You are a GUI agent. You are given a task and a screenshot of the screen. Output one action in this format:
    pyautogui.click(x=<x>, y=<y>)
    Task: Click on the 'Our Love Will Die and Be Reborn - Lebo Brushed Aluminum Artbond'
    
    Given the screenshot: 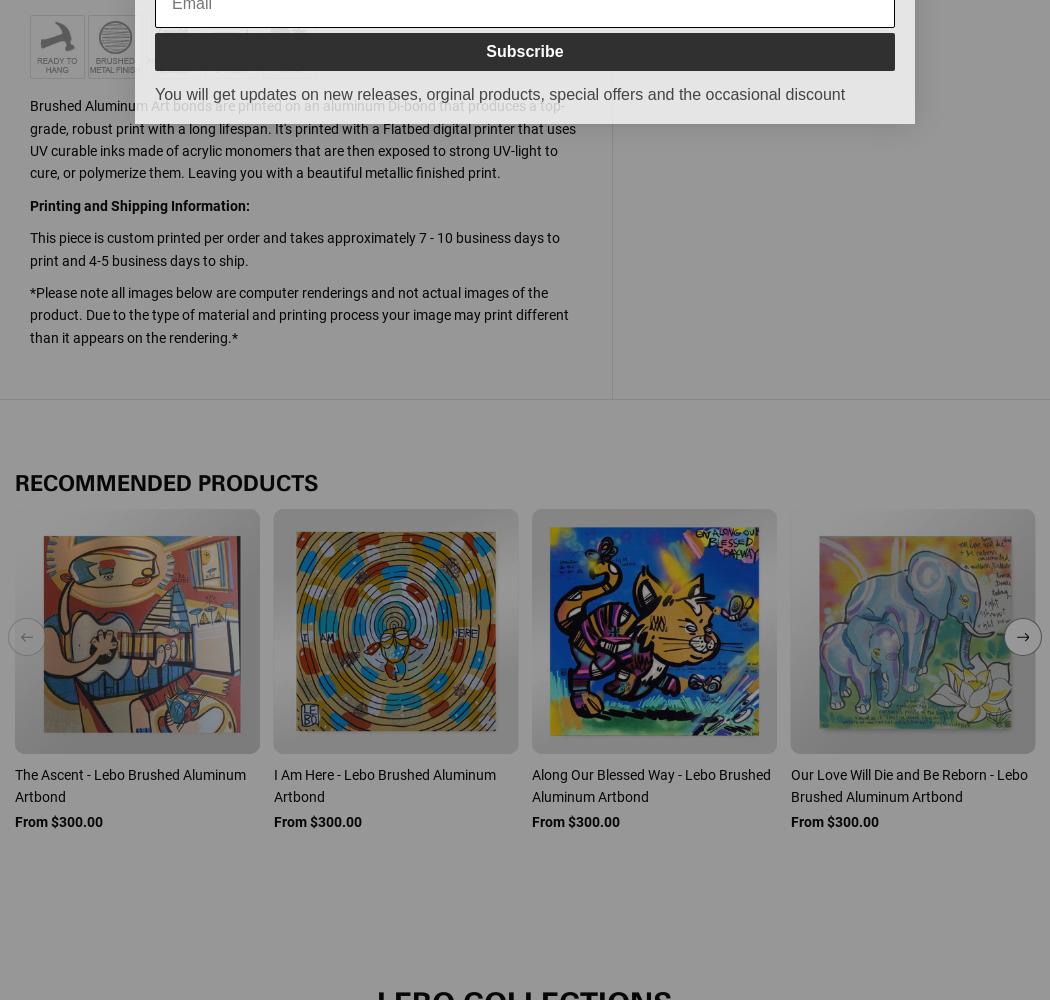 What is the action you would take?
    pyautogui.click(x=789, y=785)
    